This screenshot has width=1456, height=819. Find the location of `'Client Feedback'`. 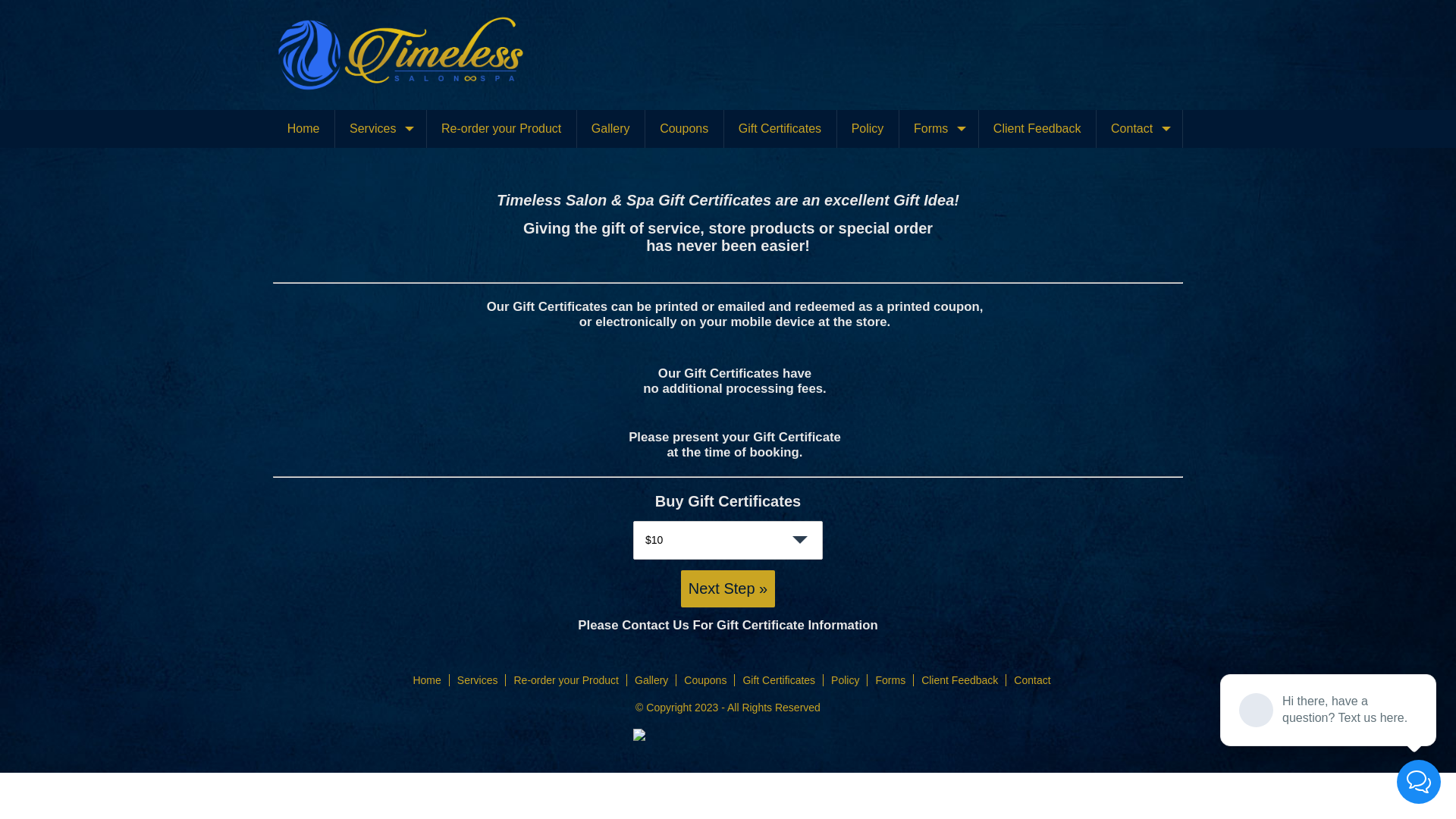

'Client Feedback' is located at coordinates (959, 679).